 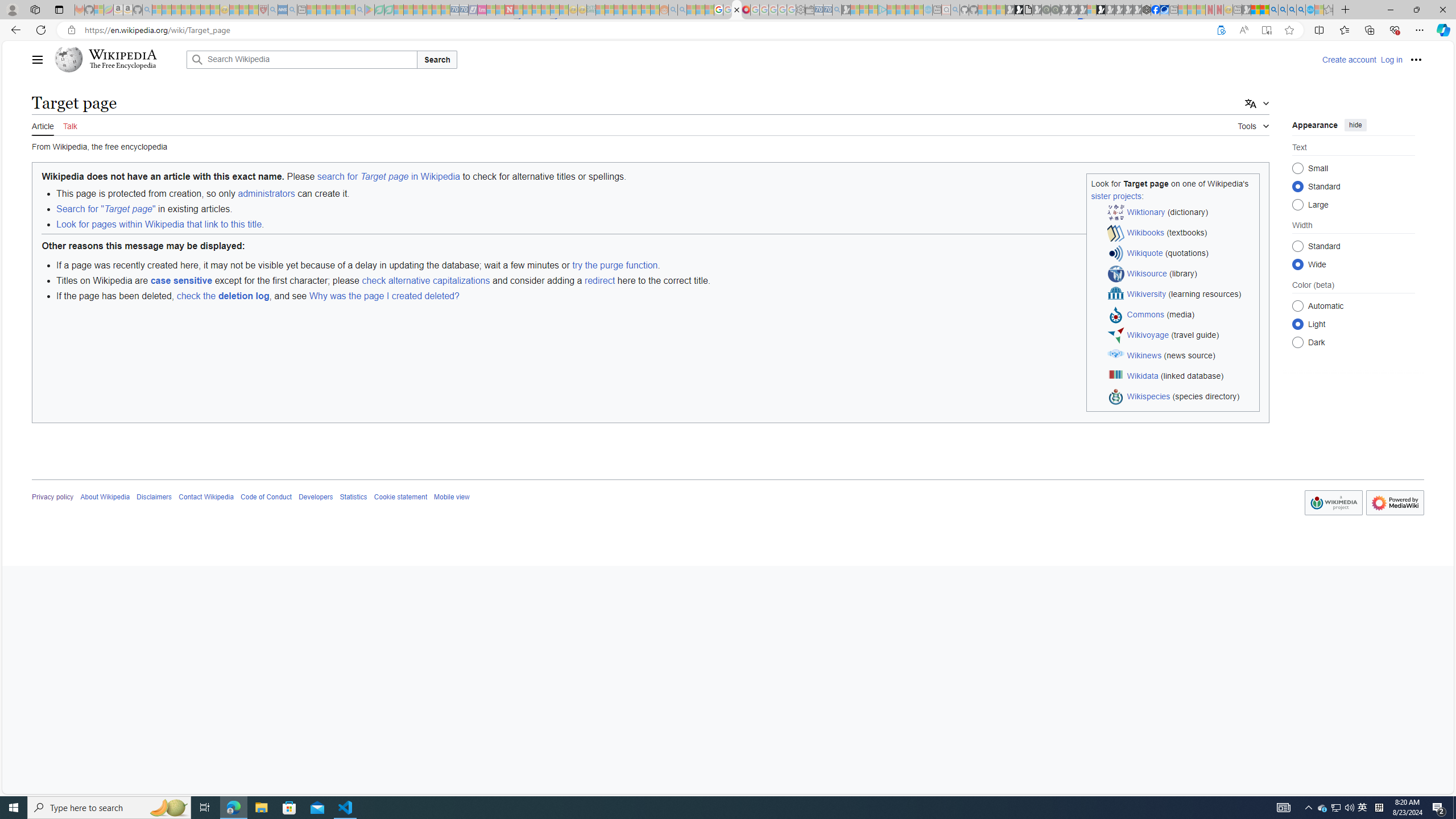 I want to click on 'Mobile view', so click(x=452, y=497).